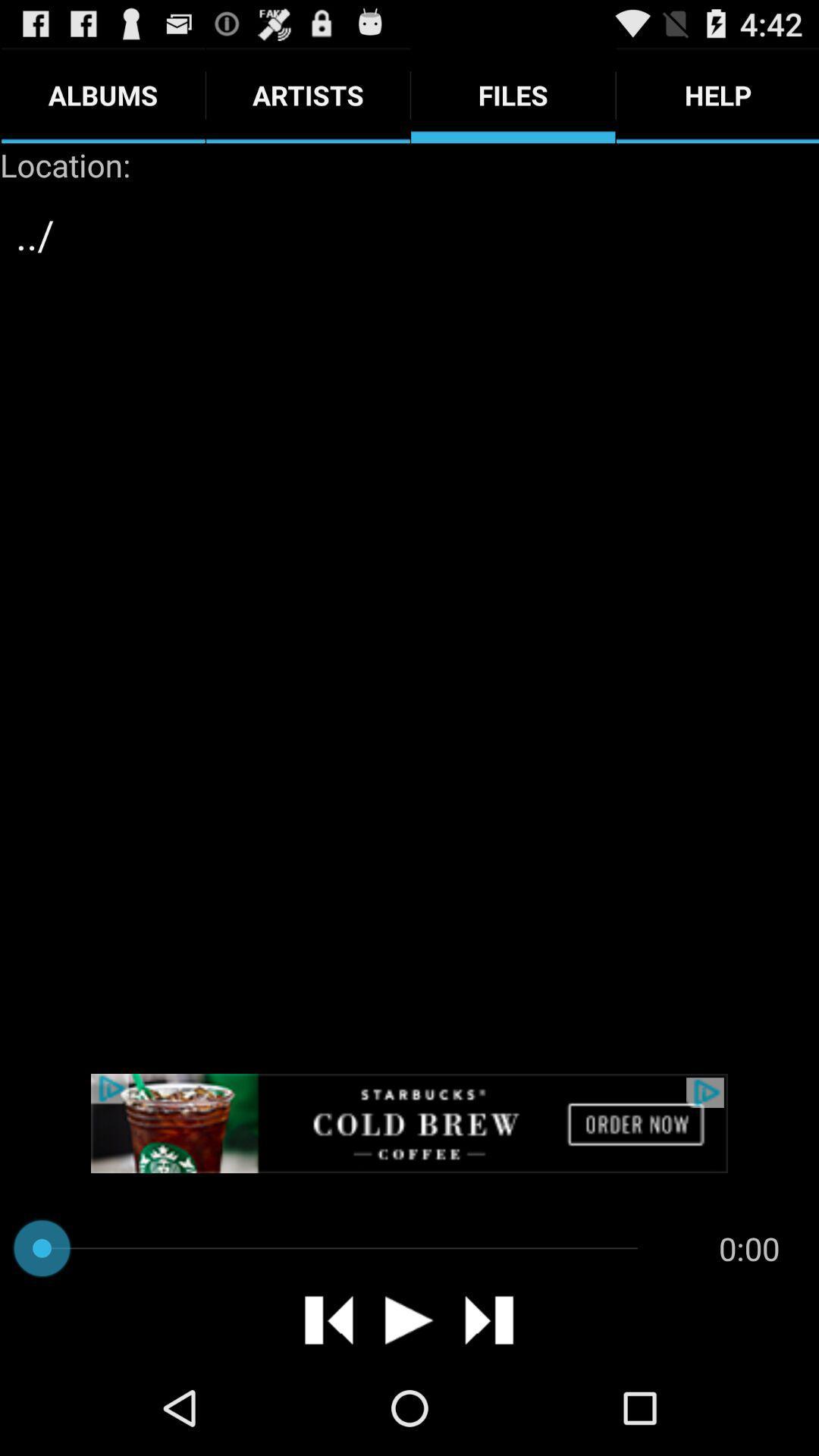 The height and width of the screenshot is (1456, 819). Describe the element at coordinates (489, 1412) in the screenshot. I see `the skip_next icon` at that location.